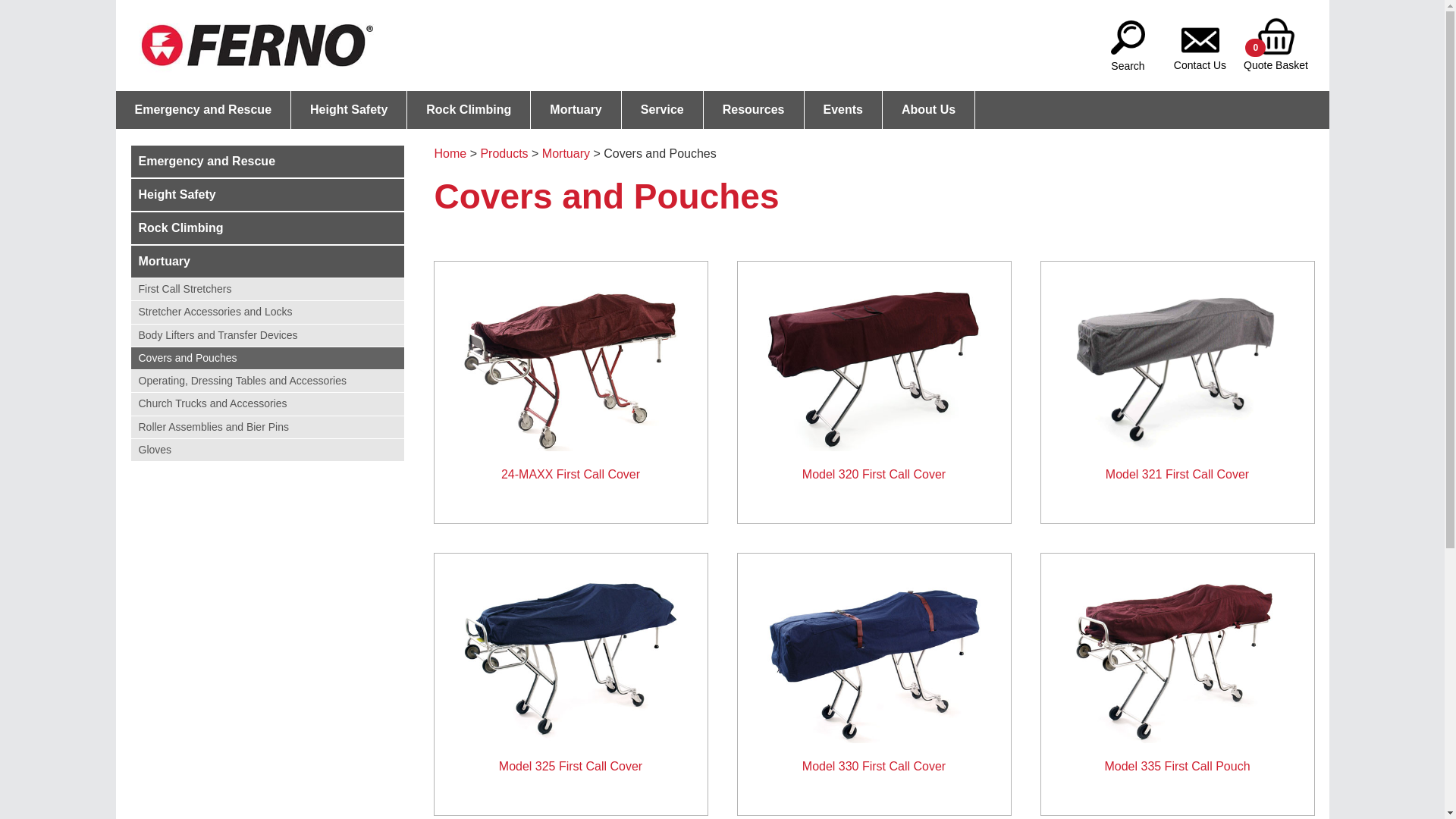 The height and width of the screenshot is (819, 1456). What do you see at coordinates (843, 109) in the screenshot?
I see `'Events'` at bounding box center [843, 109].